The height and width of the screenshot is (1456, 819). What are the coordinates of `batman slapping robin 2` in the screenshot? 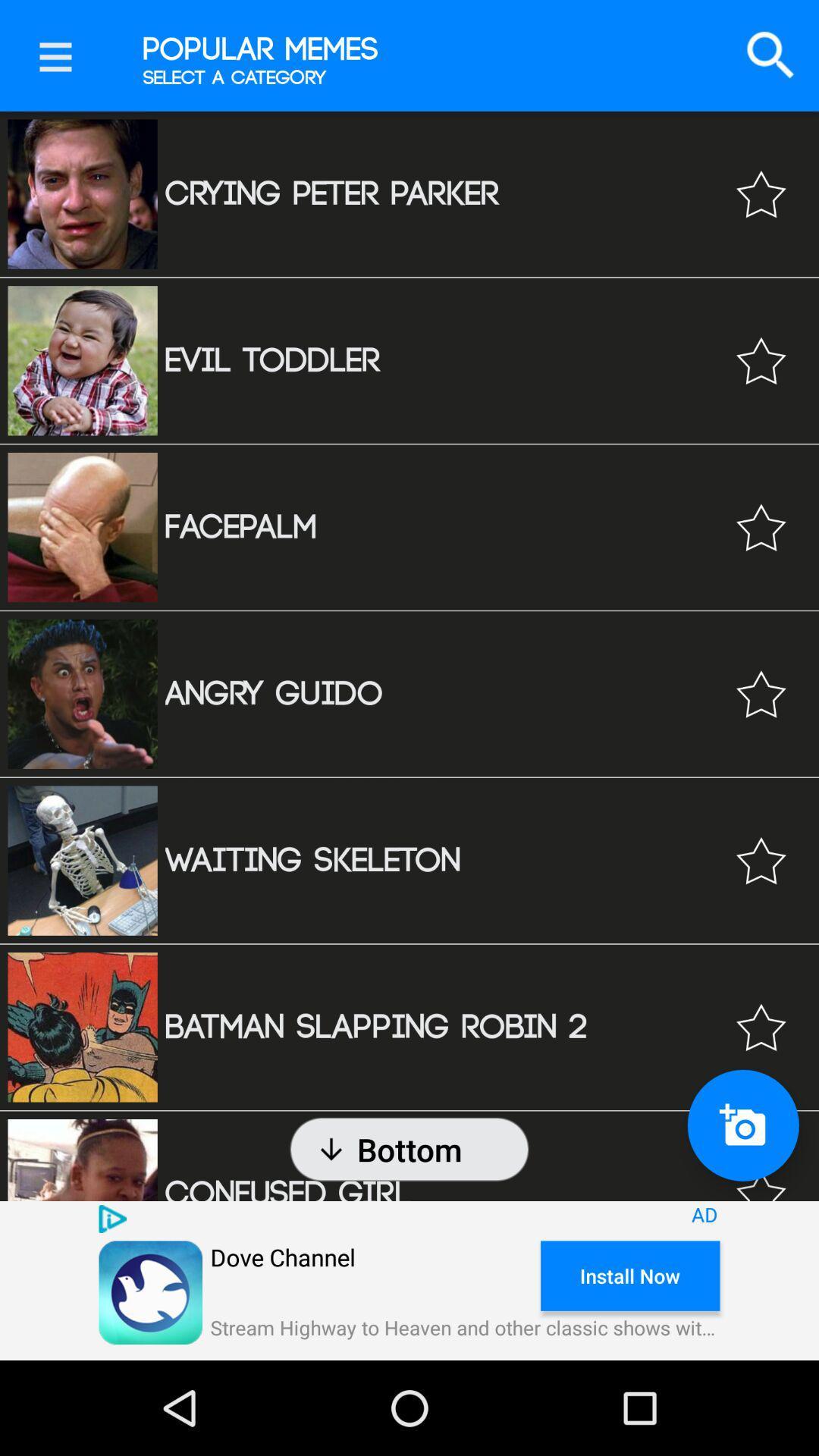 It's located at (761, 1027).